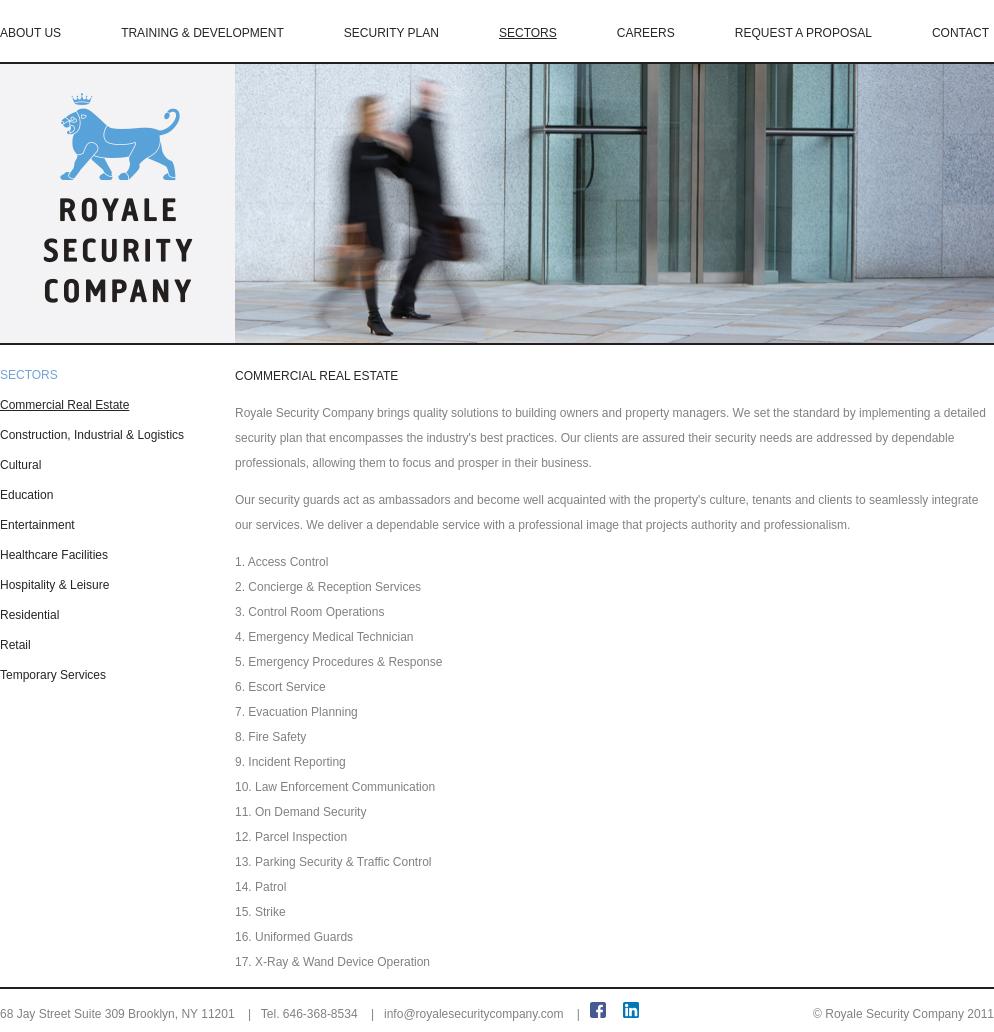  I want to click on 'CONTACT', so click(959, 33).